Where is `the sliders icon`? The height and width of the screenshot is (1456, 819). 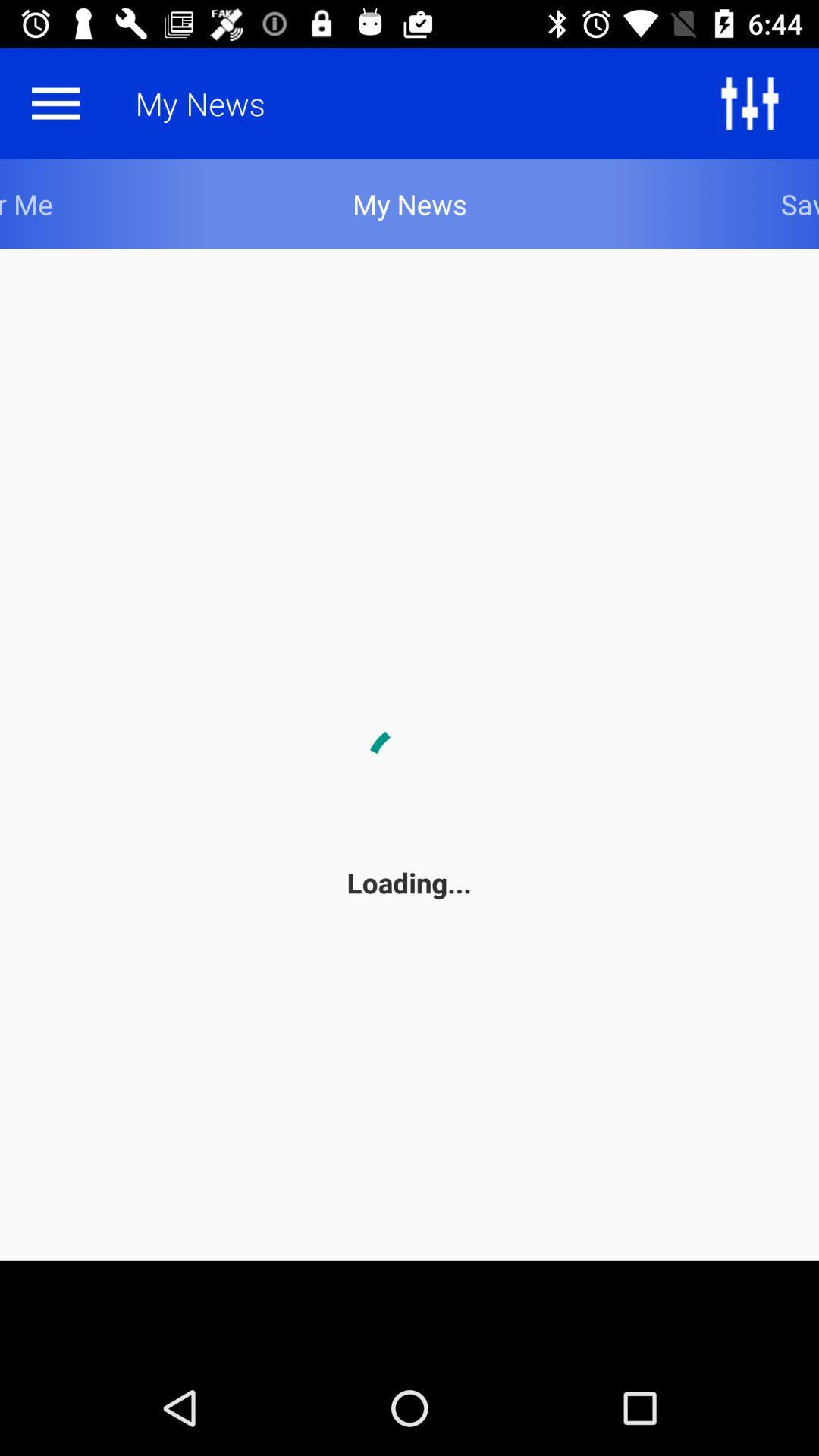 the sliders icon is located at coordinates (761, 102).